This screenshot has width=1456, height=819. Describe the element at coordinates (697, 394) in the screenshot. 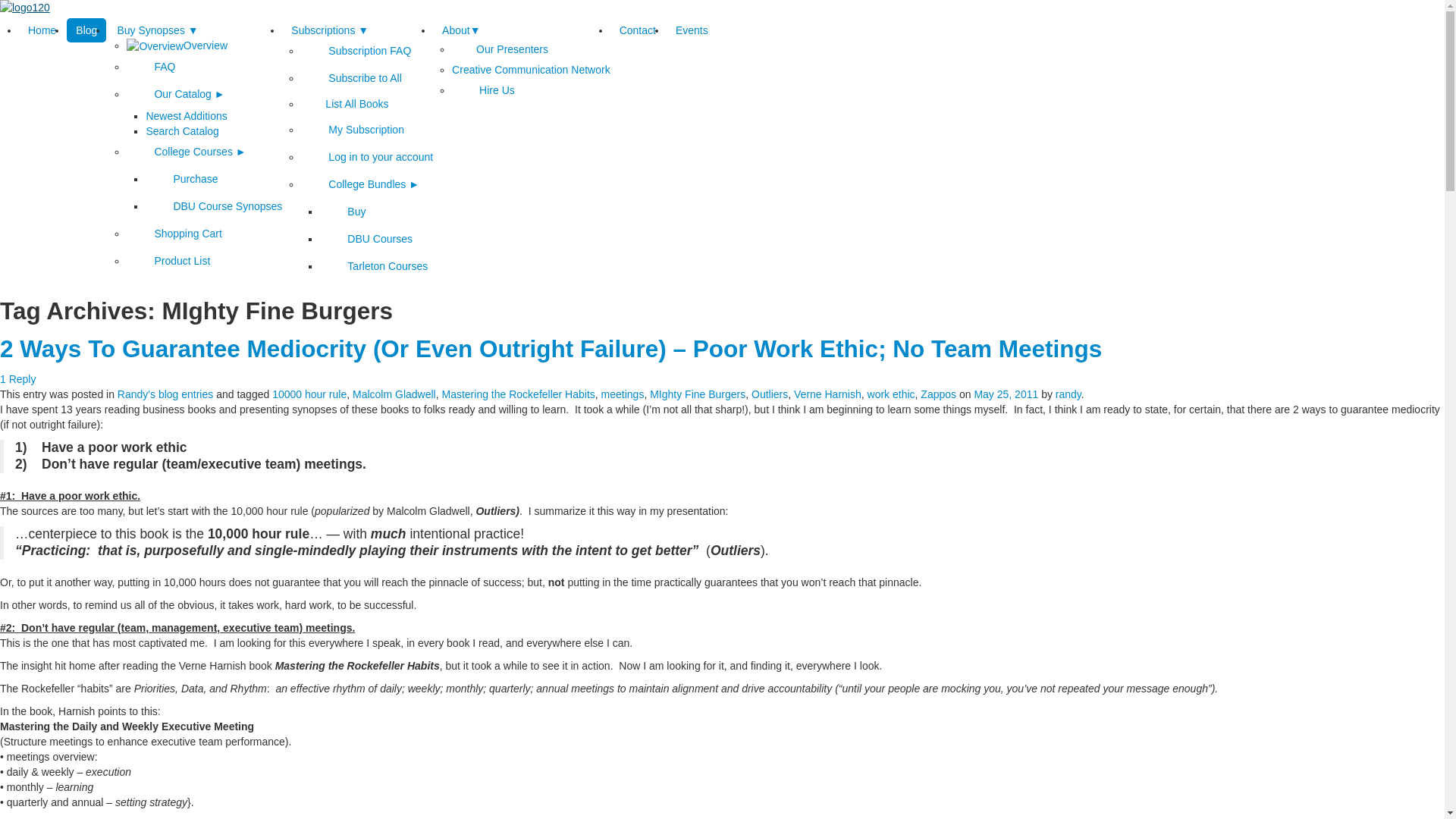

I see `'MIghty Fine Burgers'` at that location.